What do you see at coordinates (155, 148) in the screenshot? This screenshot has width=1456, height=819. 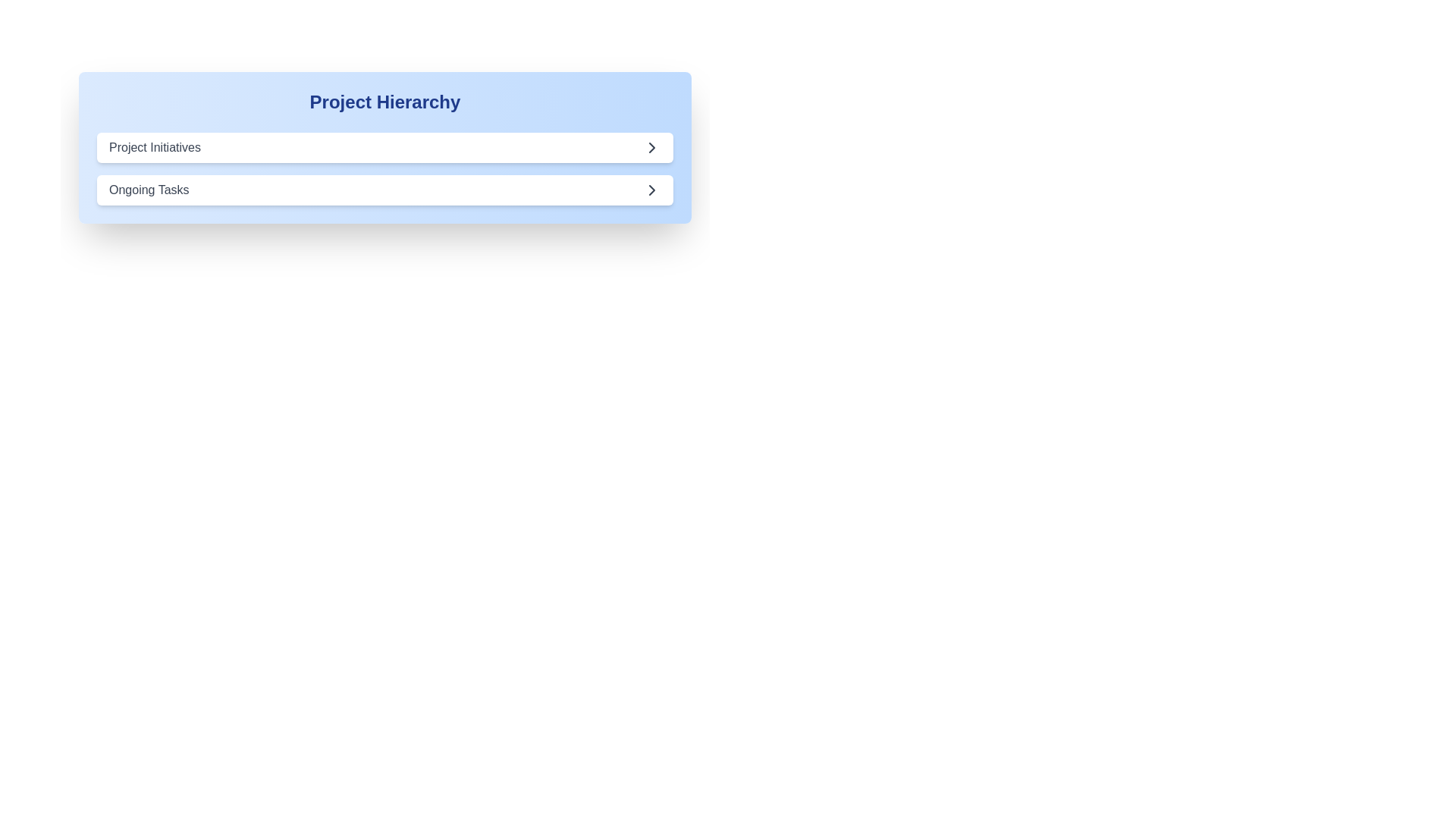 I see `the text label displaying 'Project Initiatives'` at bounding box center [155, 148].